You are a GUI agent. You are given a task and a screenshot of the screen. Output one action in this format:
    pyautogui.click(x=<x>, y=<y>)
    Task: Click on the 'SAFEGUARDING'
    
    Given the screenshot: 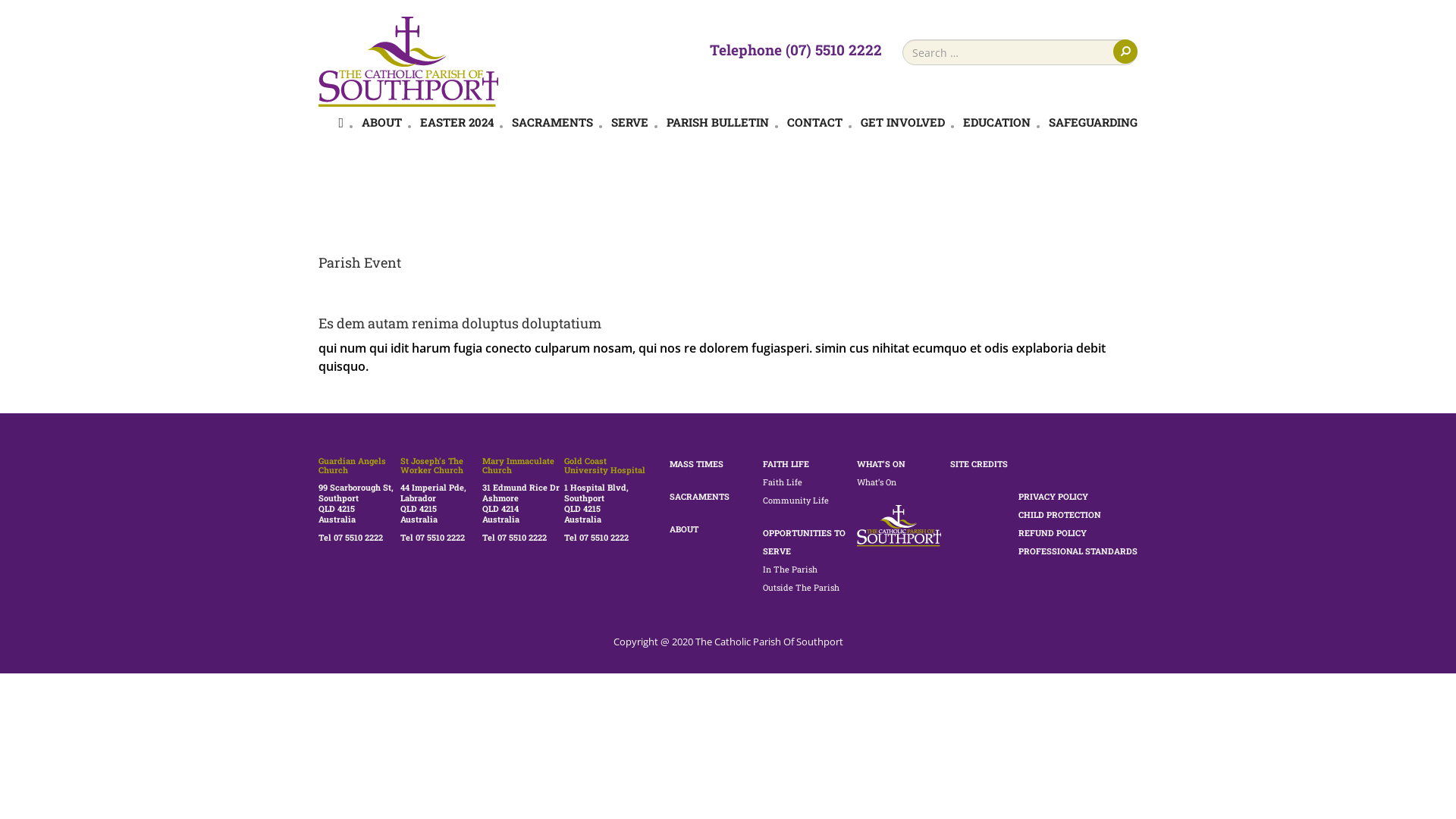 What is the action you would take?
    pyautogui.click(x=1047, y=121)
    